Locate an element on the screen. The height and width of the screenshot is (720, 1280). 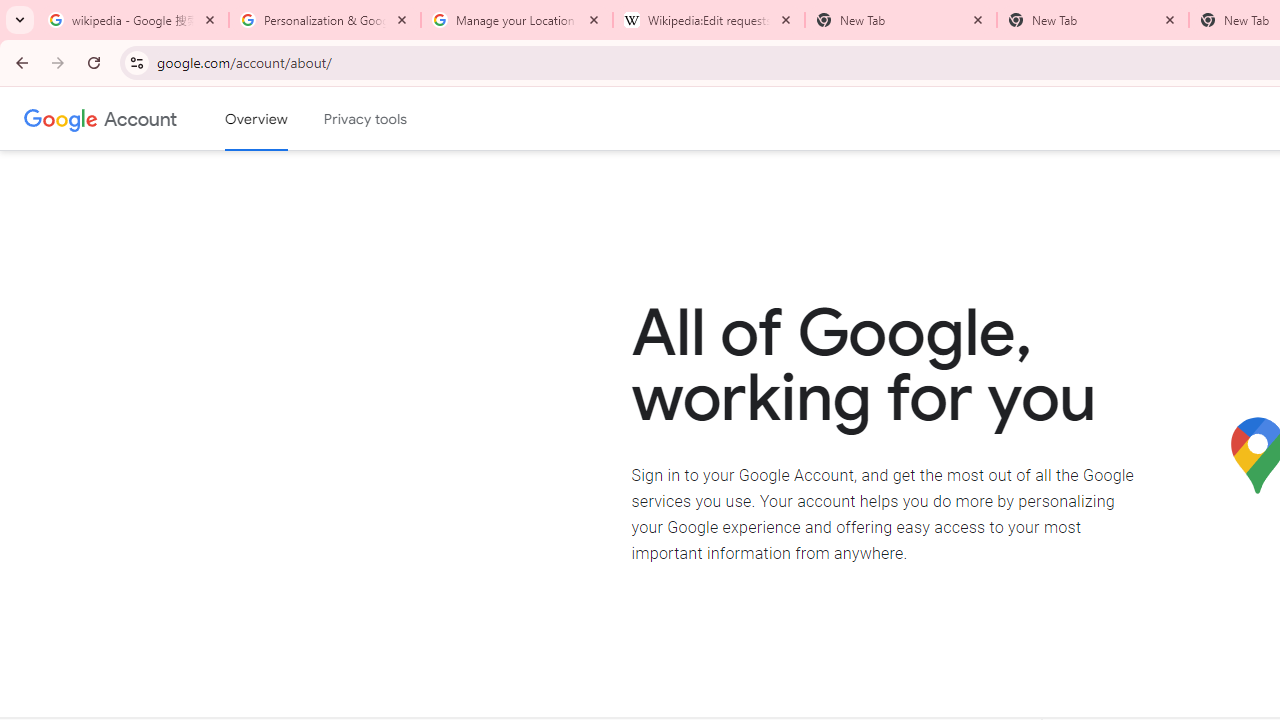
'New Tab' is located at coordinates (1092, 20).